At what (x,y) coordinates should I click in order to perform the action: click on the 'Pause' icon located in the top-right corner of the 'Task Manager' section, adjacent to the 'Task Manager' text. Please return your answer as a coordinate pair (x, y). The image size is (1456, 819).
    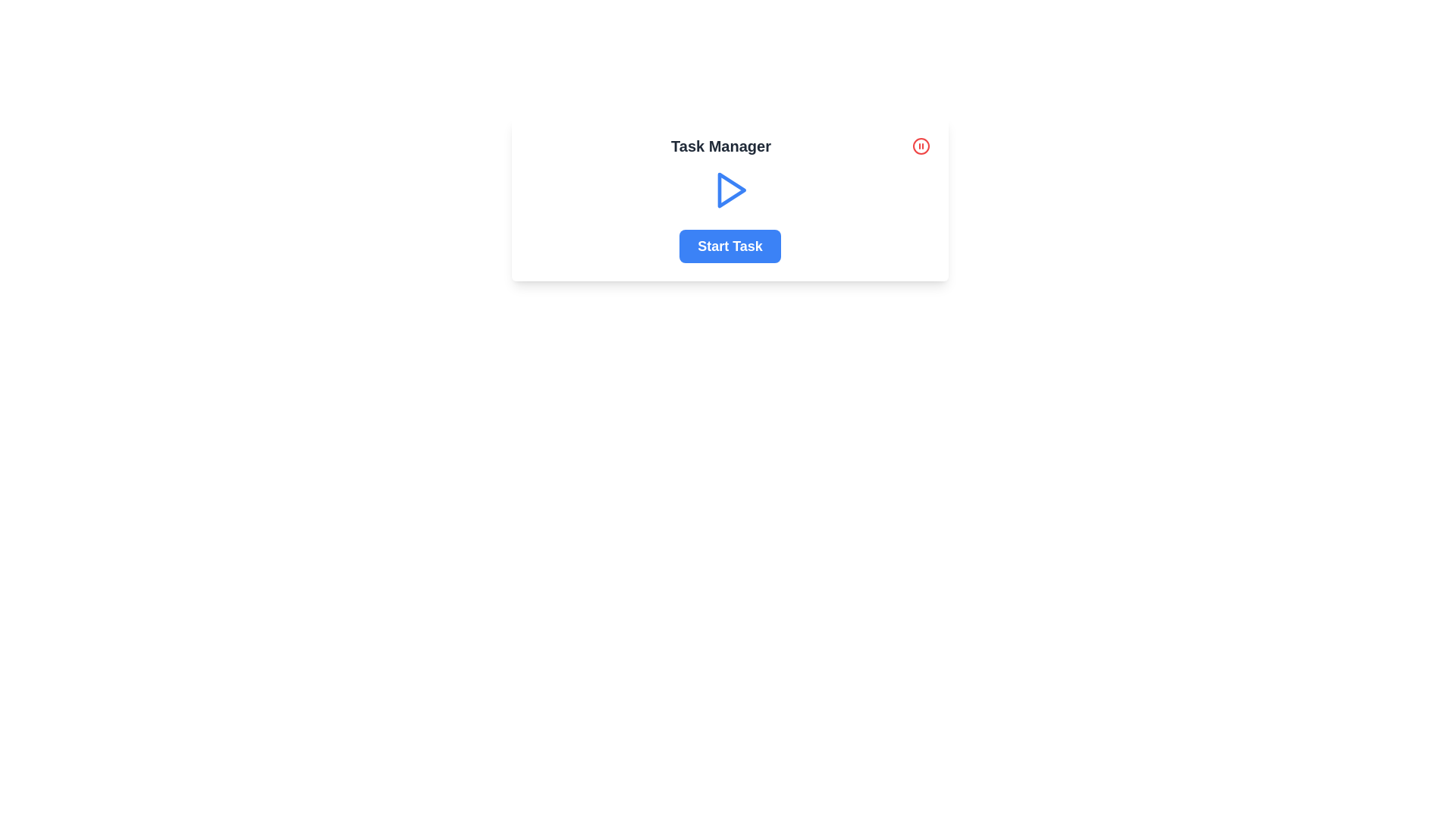
    Looking at the image, I should click on (920, 146).